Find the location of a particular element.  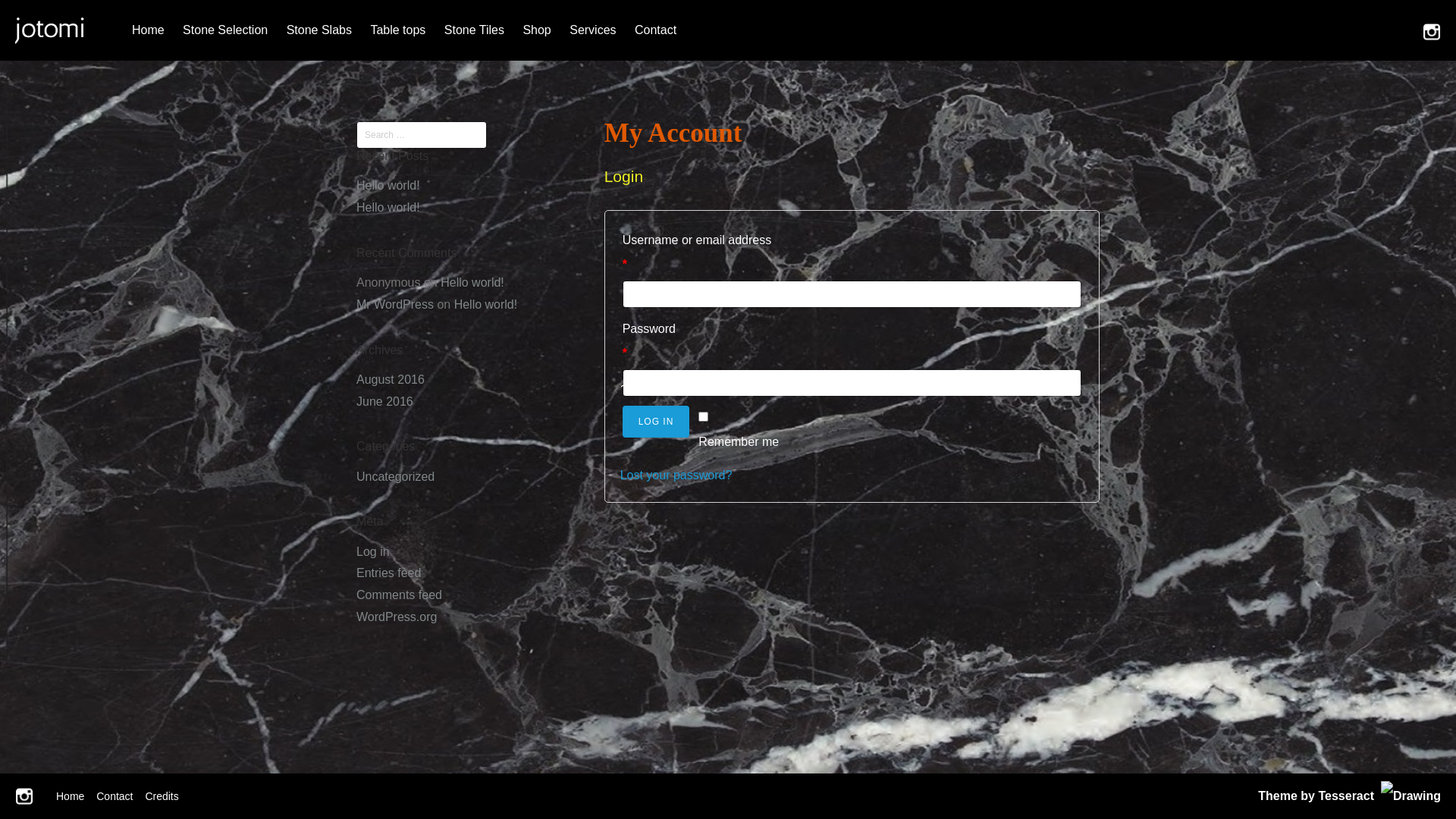

'Uncategorized' is located at coordinates (395, 475).